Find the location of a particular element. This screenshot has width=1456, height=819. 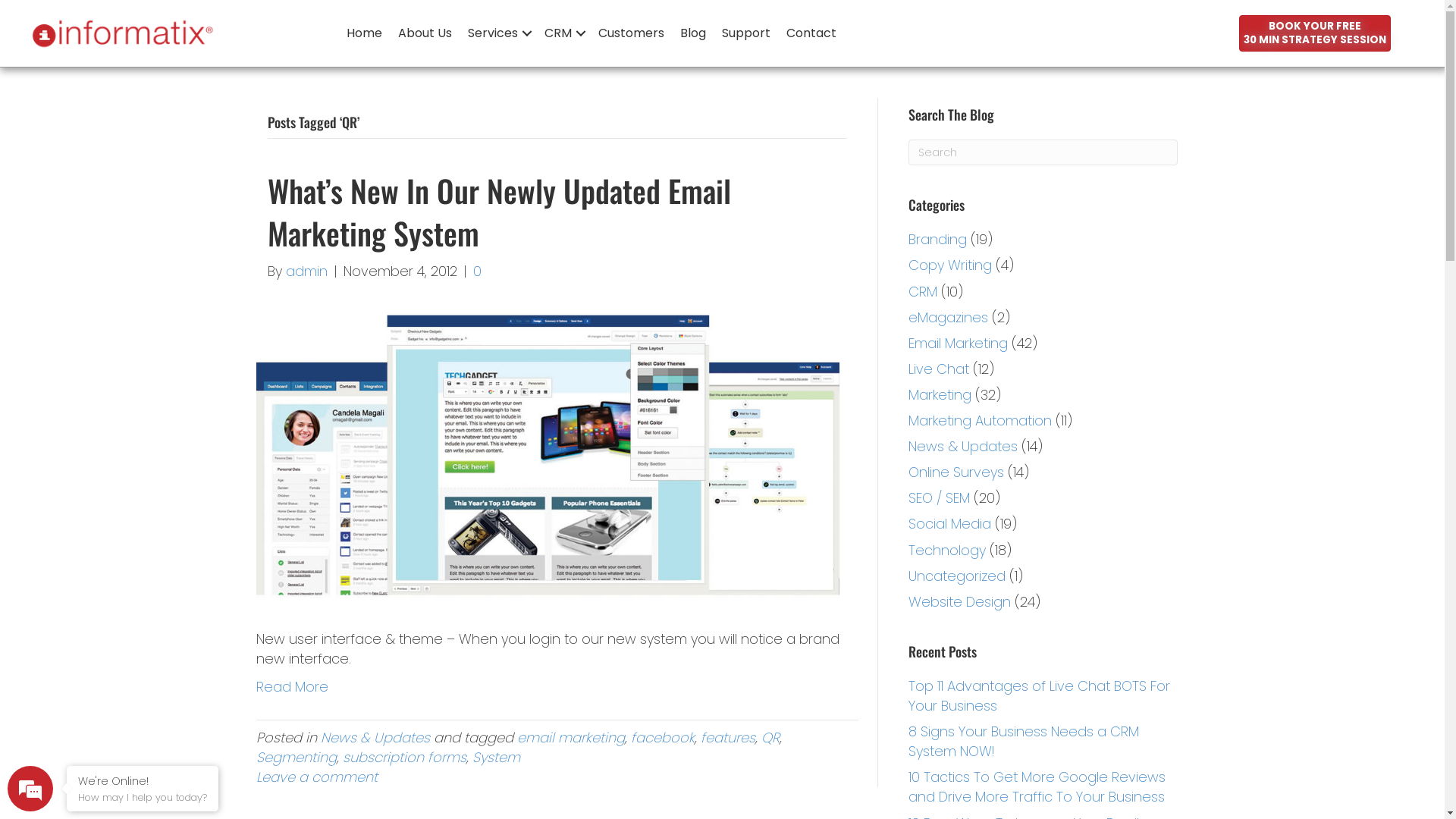

'SEO / SEM' is located at coordinates (908, 497).